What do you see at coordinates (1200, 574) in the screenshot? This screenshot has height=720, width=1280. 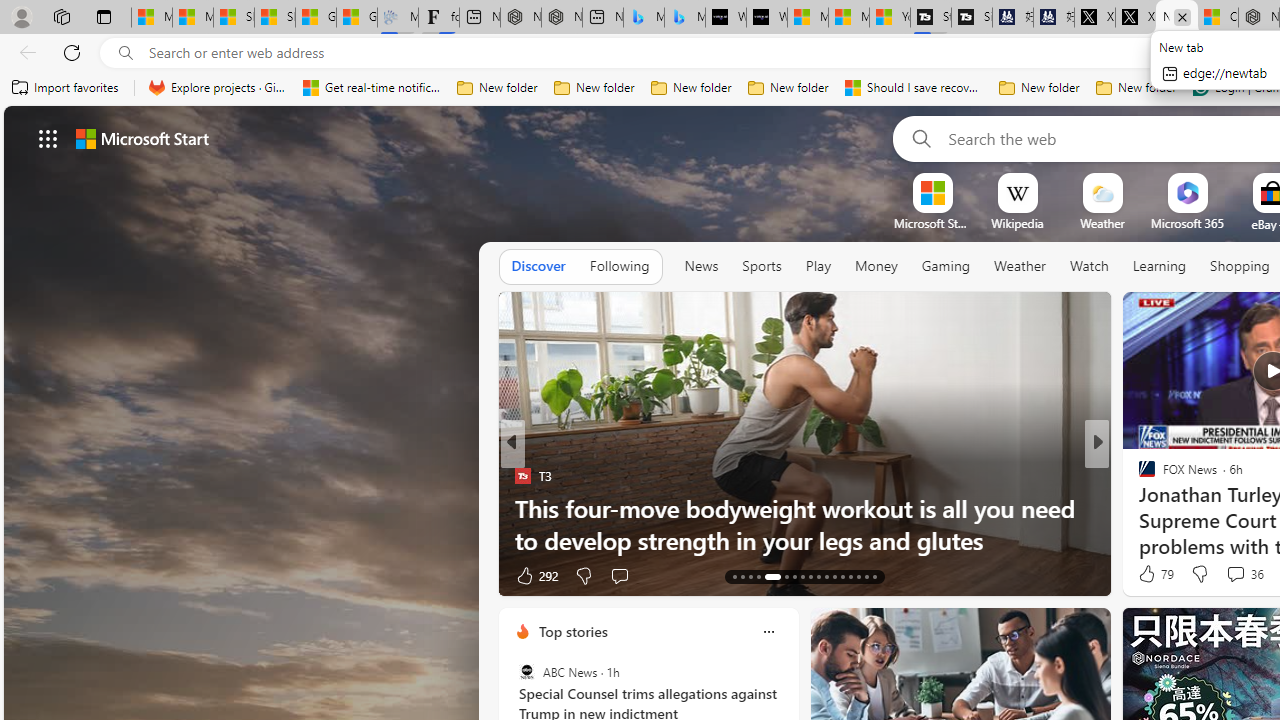 I see `'Dislike'` at bounding box center [1200, 574].